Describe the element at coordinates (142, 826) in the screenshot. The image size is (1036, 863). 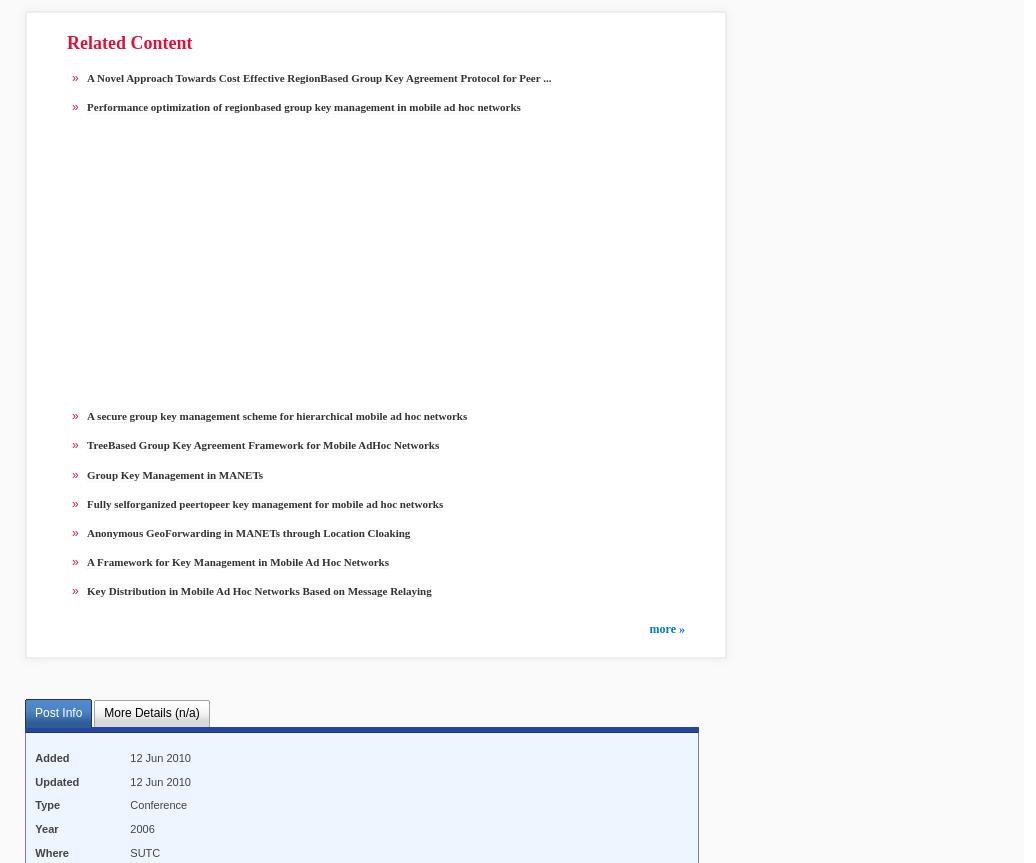
I see `'2006'` at that location.